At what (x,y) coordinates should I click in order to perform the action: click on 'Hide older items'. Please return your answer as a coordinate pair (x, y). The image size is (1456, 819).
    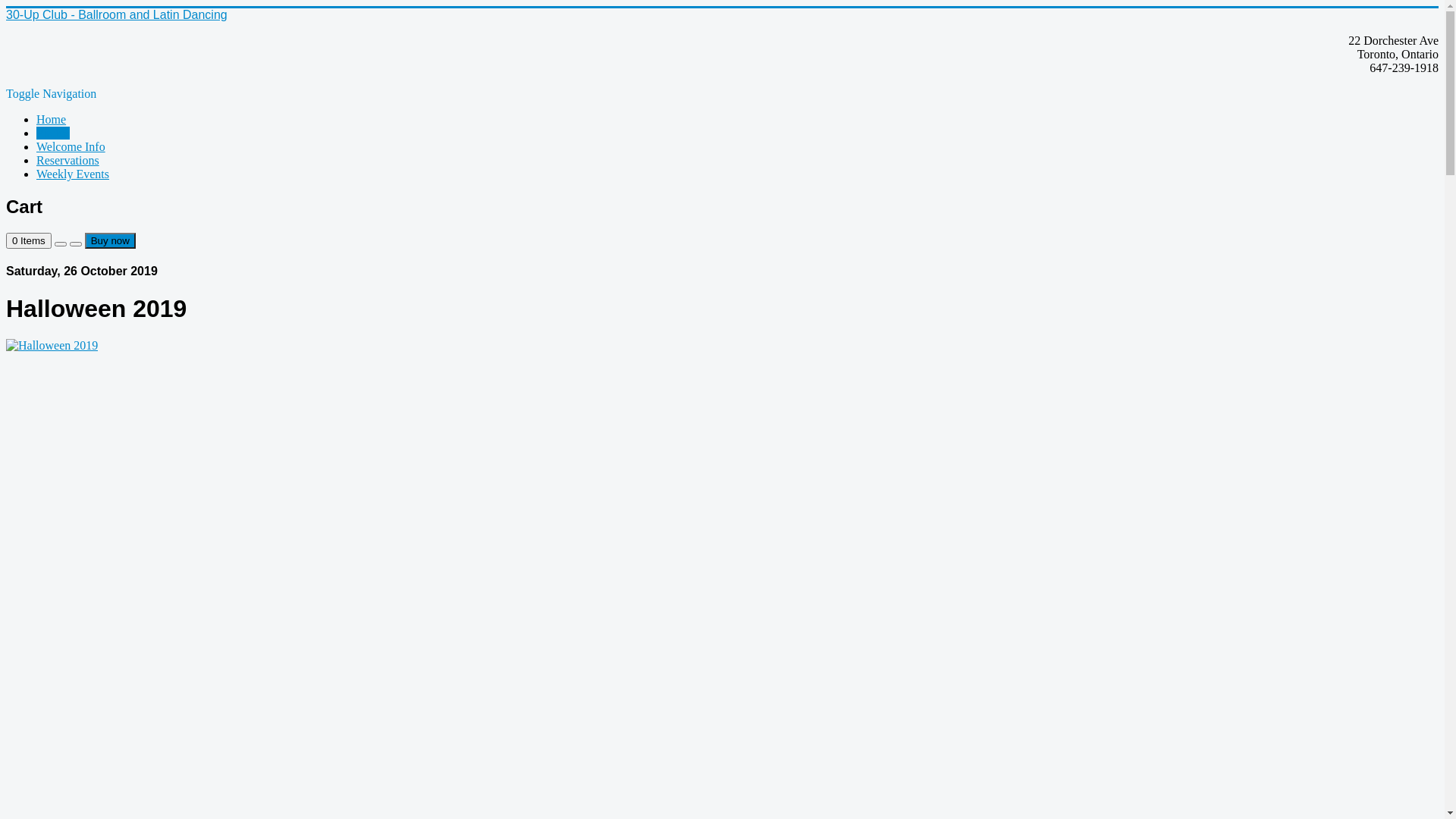
    Looking at the image, I should click on (75, 243).